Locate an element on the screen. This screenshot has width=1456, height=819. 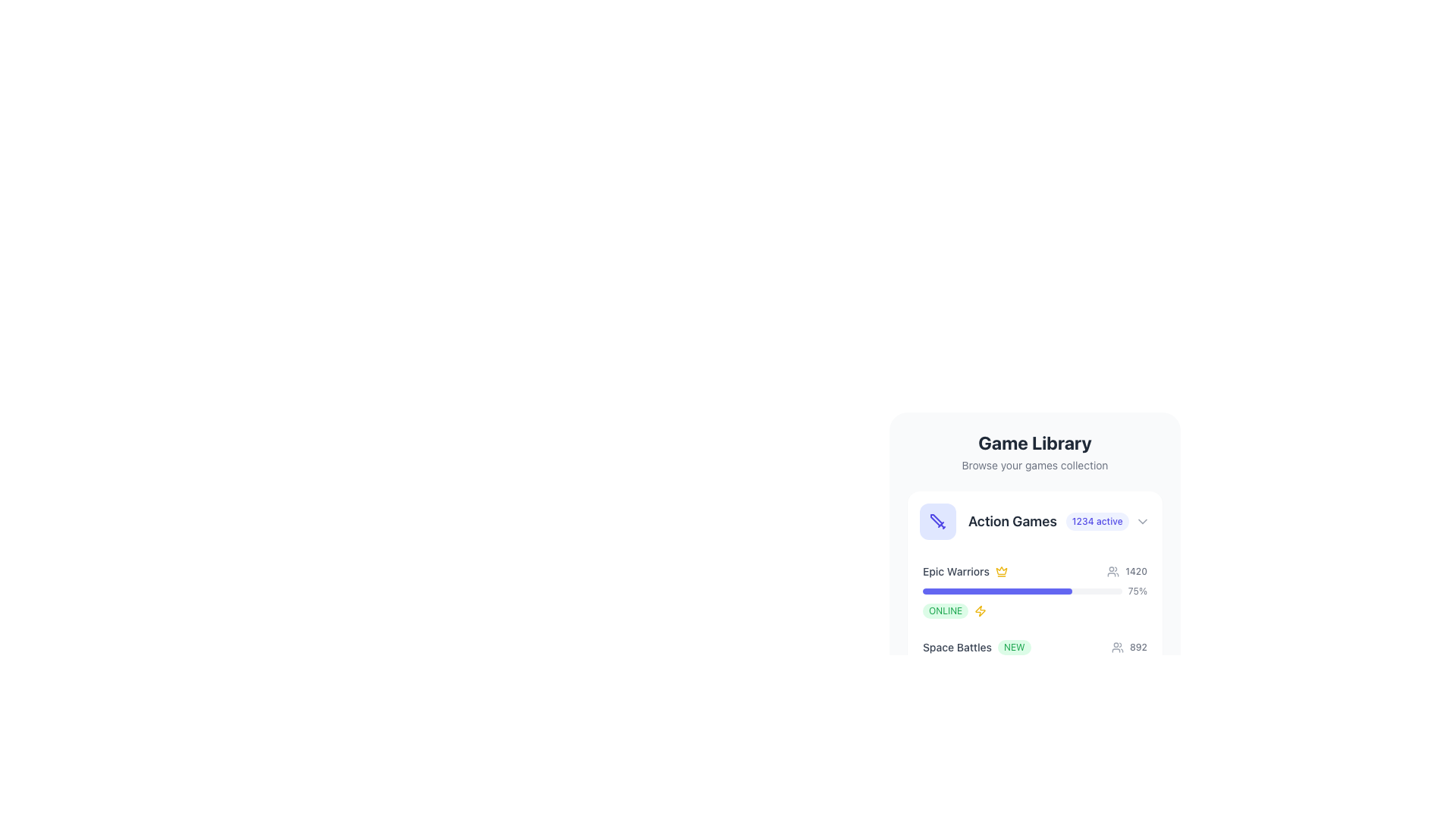
the text label displaying '75%' which is located to the right of the progress bar is located at coordinates (1137, 590).